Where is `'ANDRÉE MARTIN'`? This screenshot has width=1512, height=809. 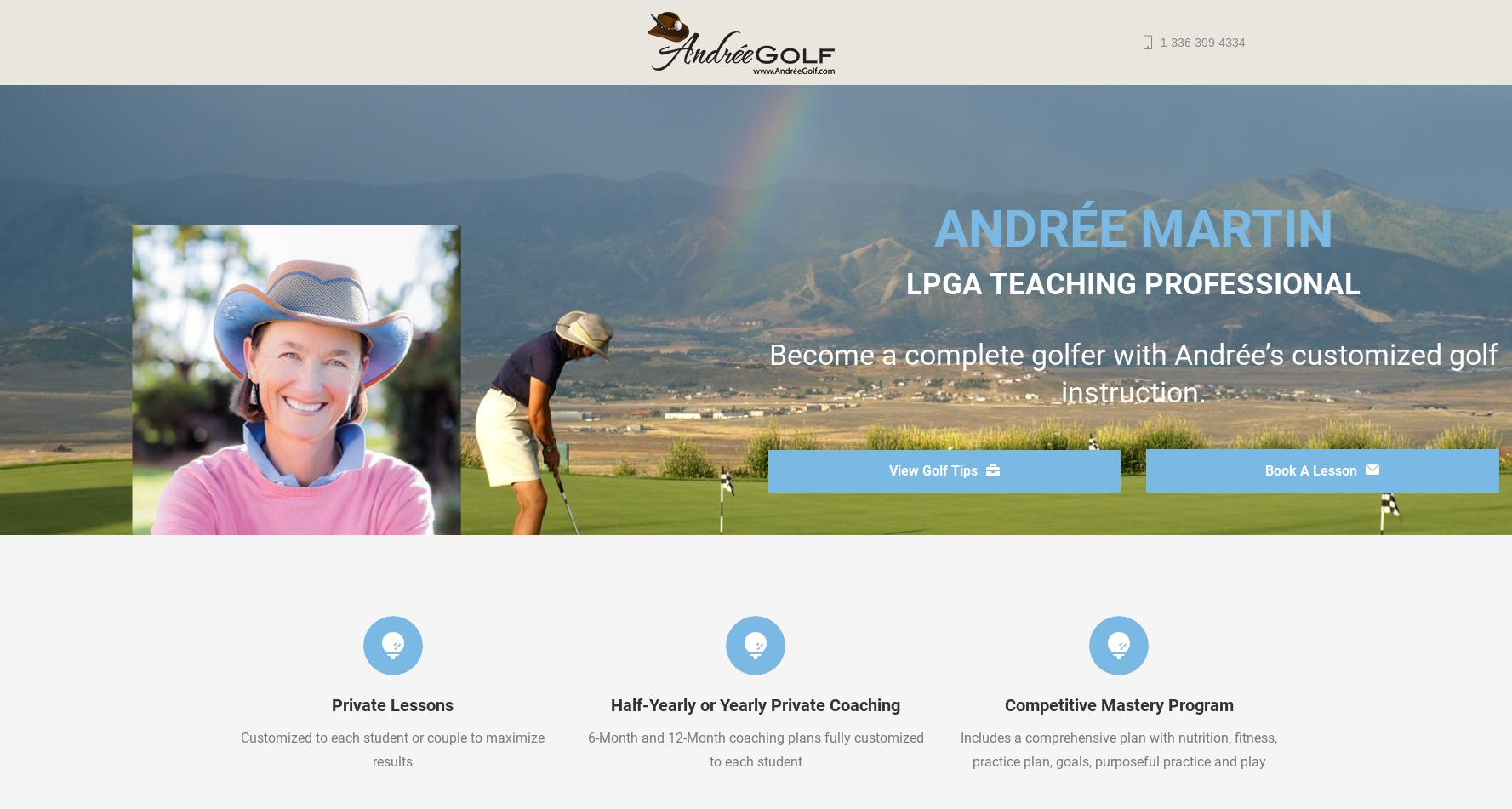
'ANDRÉE MARTIN' is located at coordinates (932, 229).